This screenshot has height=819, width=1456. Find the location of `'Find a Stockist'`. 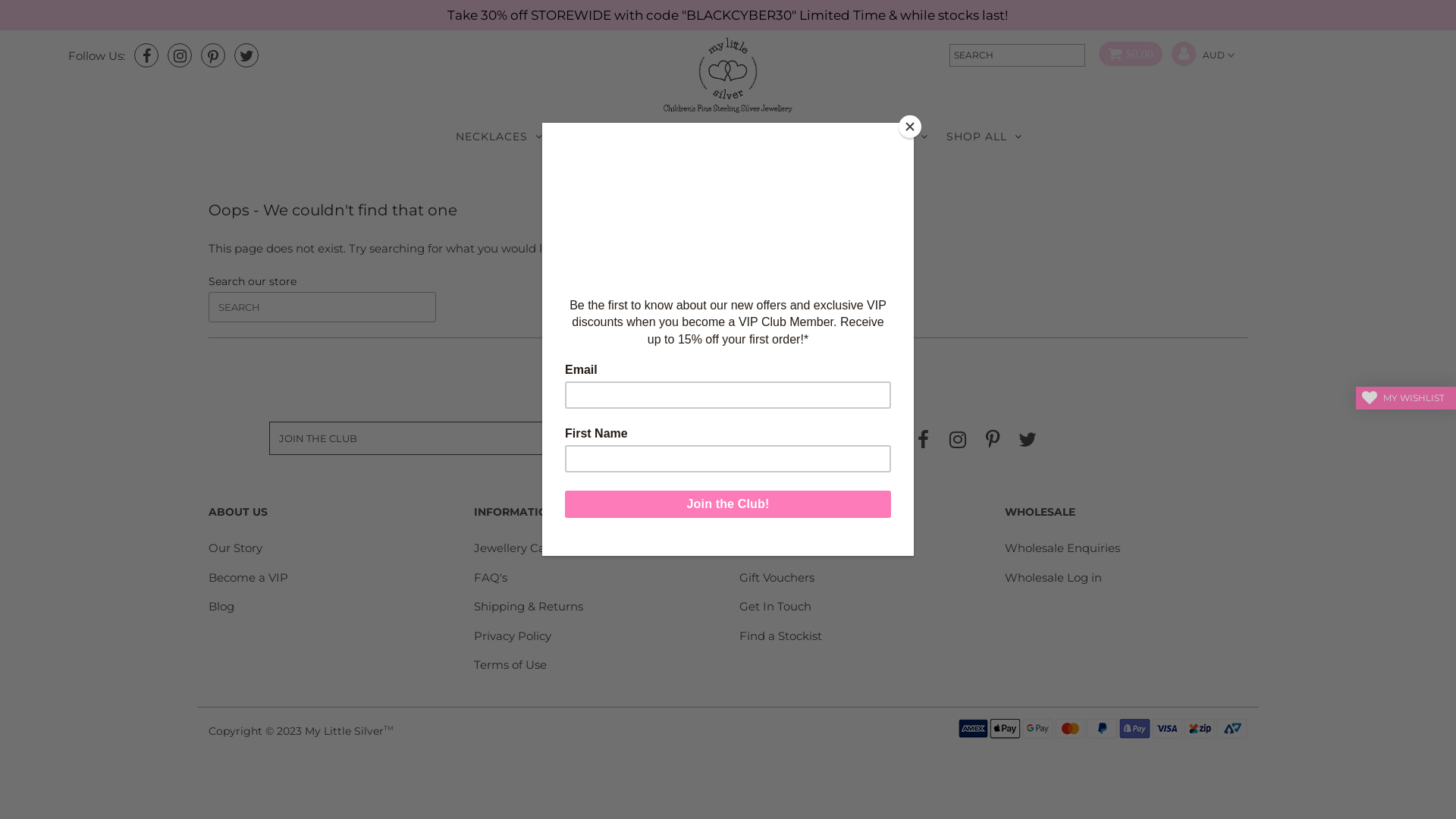

'Find a Stockist' is located at coordinates (739, 635).